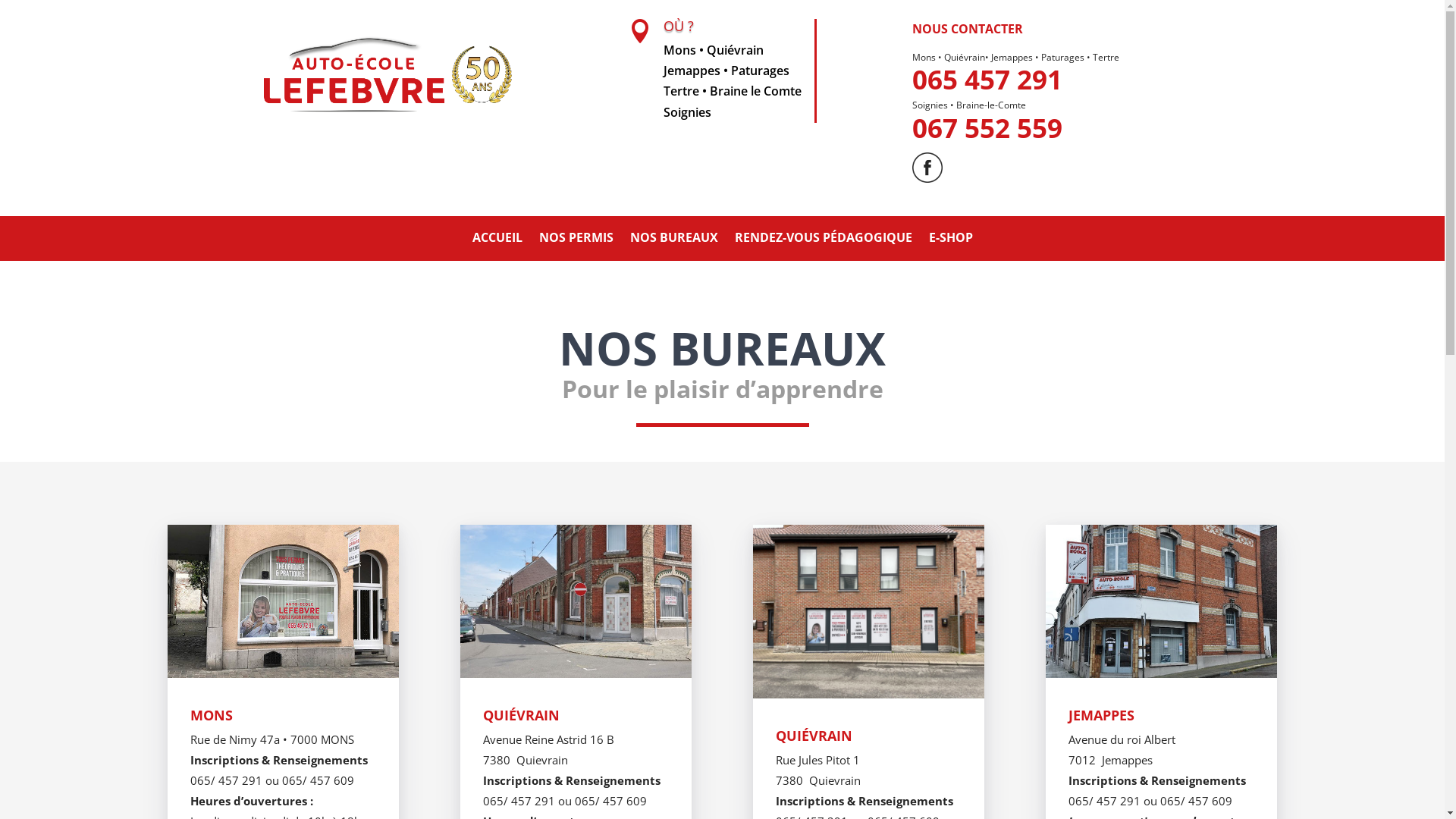 This screenshot has height=819, width=1456. What do you see at coordinates (496, 239) in the screenshot?
I see `'ACCUEIL'` at bounding box center [496, 239].